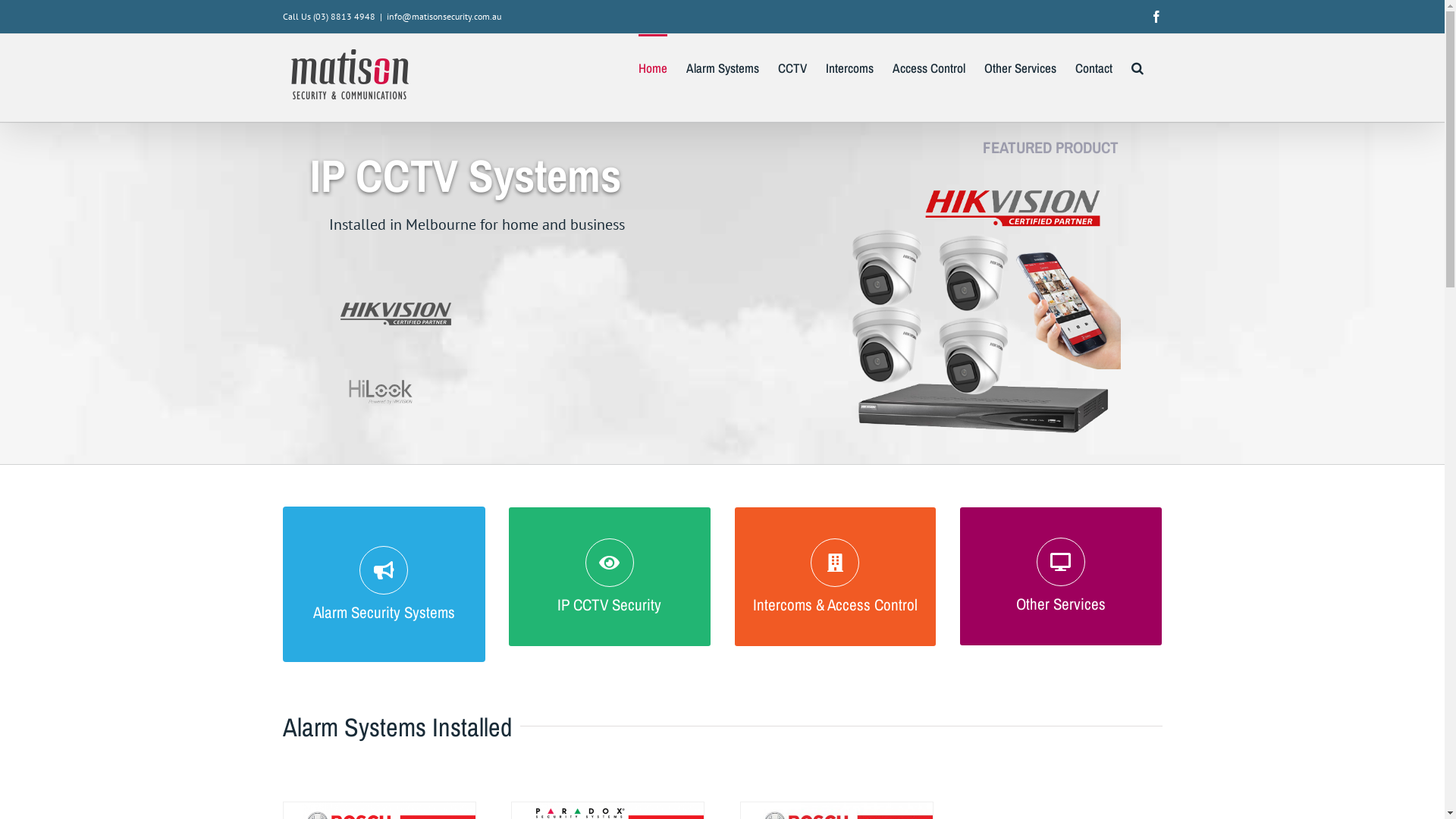 This screenshot has height=819, width=1456. Describe the element at coordinates (1154, 17) in the screenshot. I see `'Facebook'` at that location.